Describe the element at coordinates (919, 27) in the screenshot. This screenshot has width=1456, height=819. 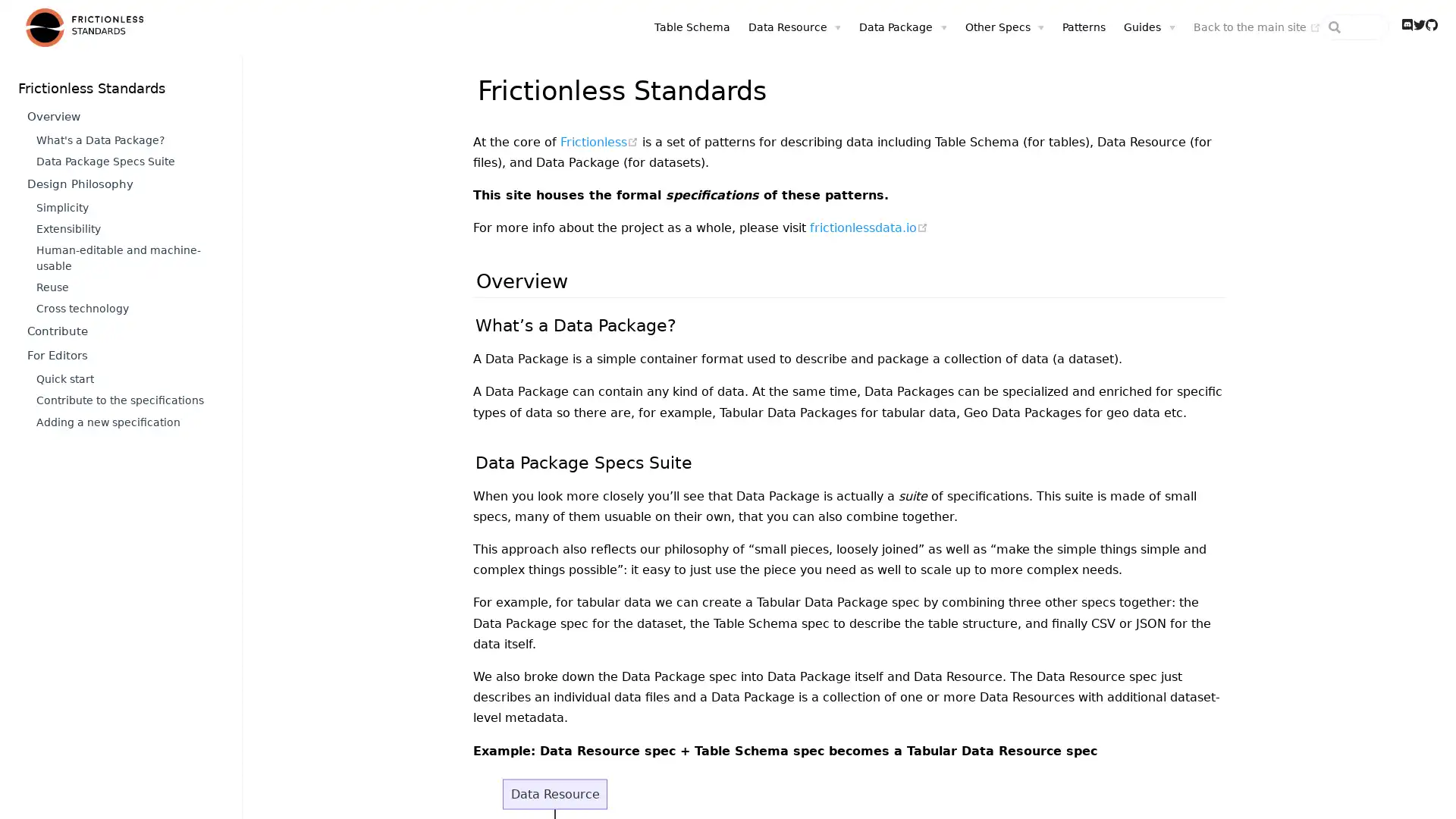
I see `Other Specs` at that location.